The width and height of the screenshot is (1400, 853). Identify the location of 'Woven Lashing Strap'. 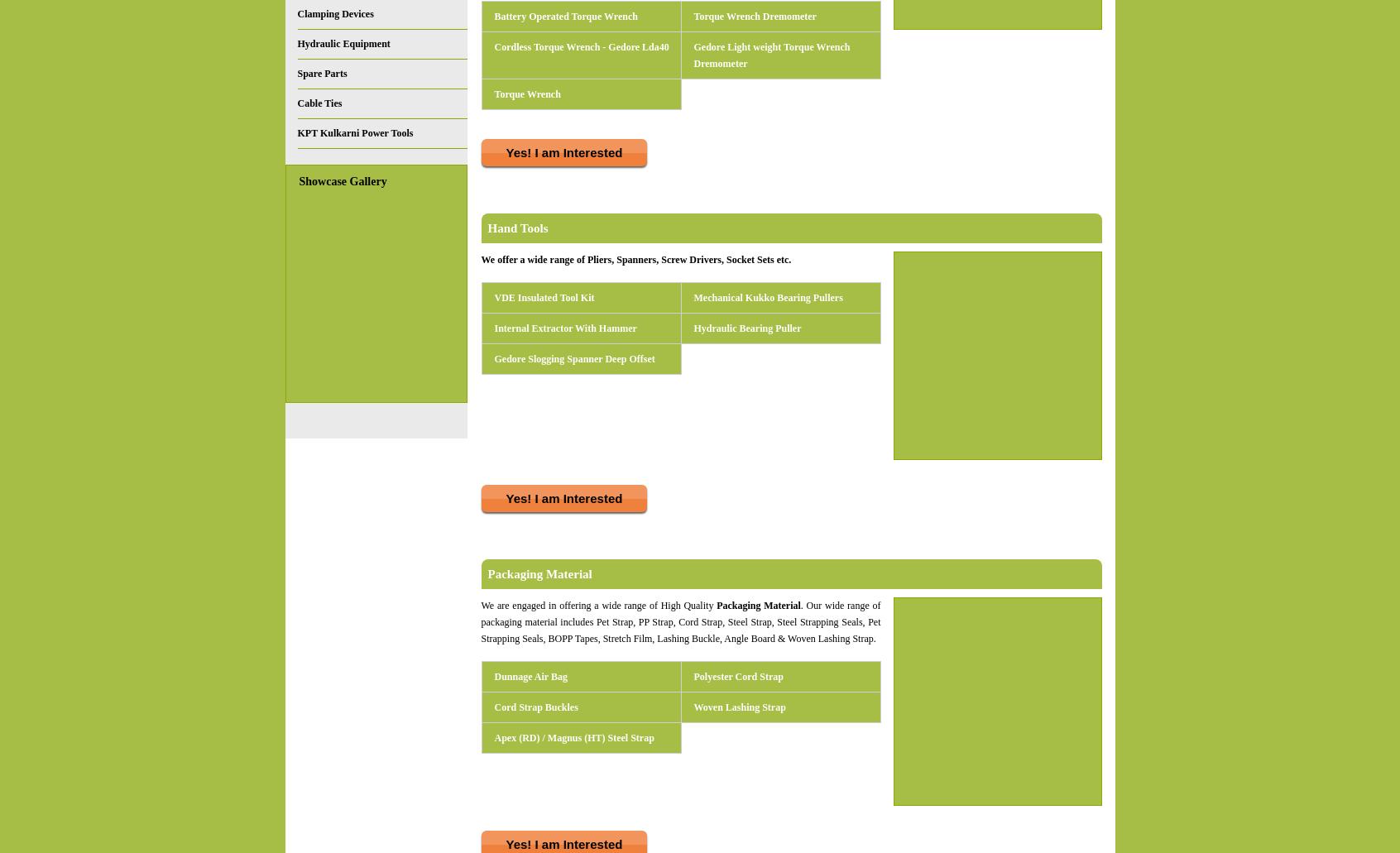
(693, 707).